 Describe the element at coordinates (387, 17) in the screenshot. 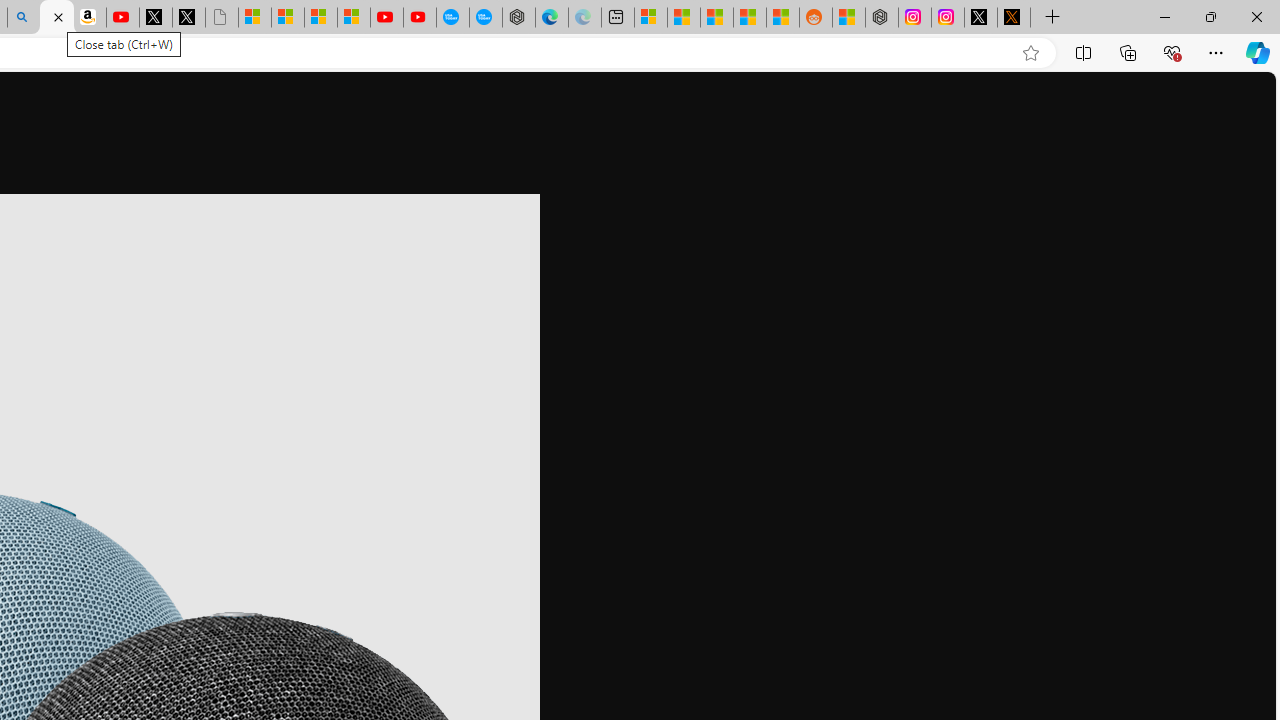

I see `'Gloom - YouTube'` at that location.